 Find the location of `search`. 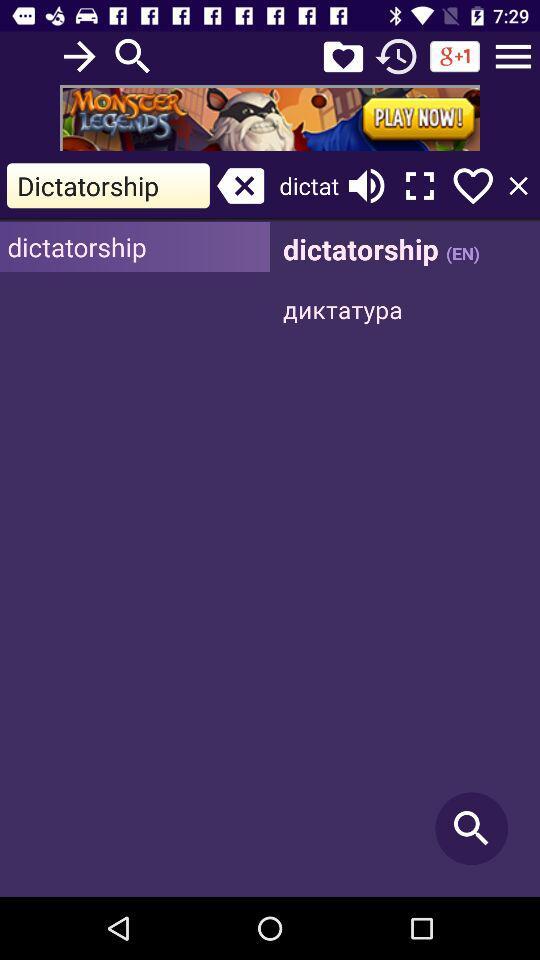

search is located at coordinates (405, 559).